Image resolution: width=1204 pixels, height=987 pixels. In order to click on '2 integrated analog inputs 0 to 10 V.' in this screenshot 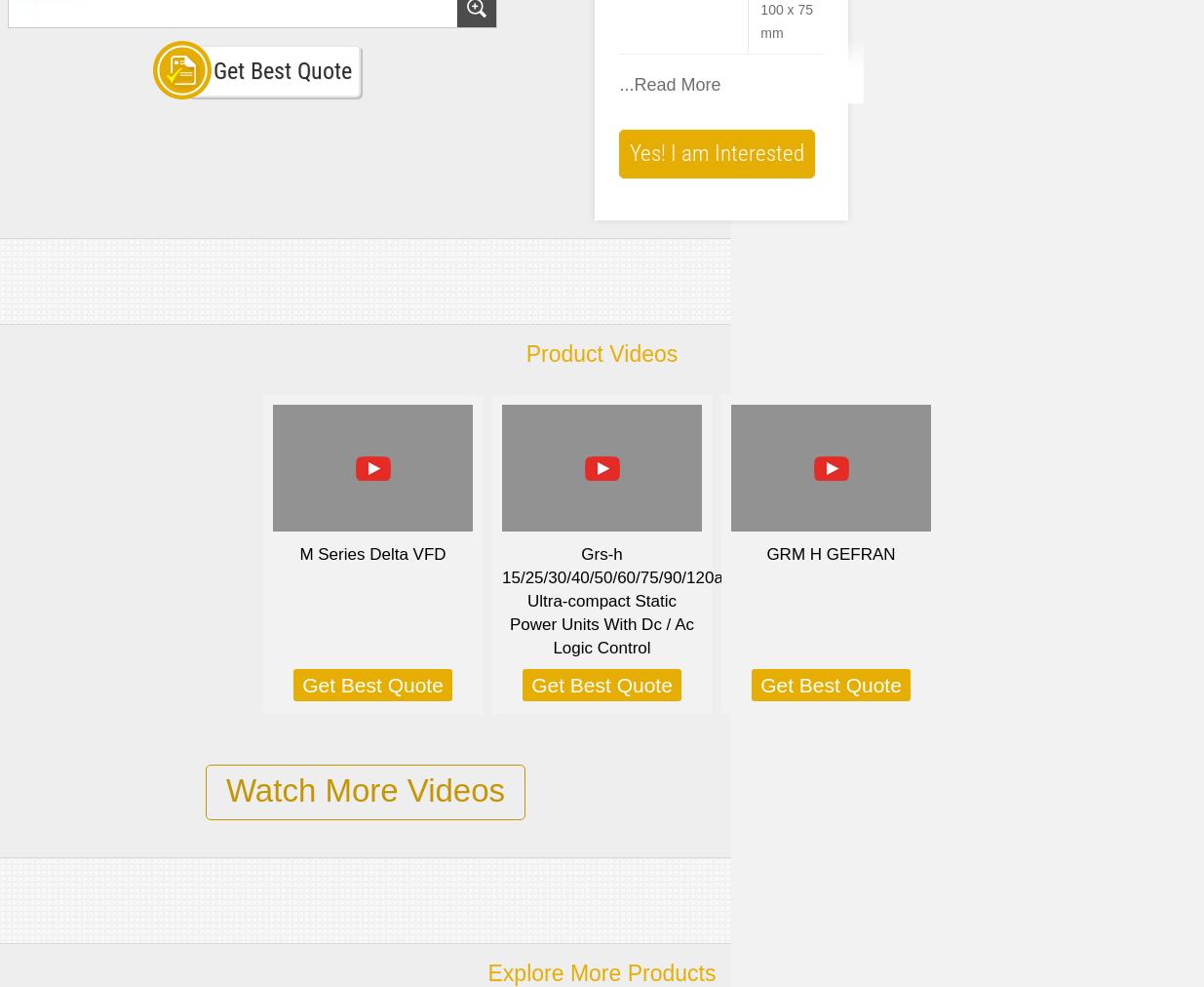, I will do `click(734, 732)`.